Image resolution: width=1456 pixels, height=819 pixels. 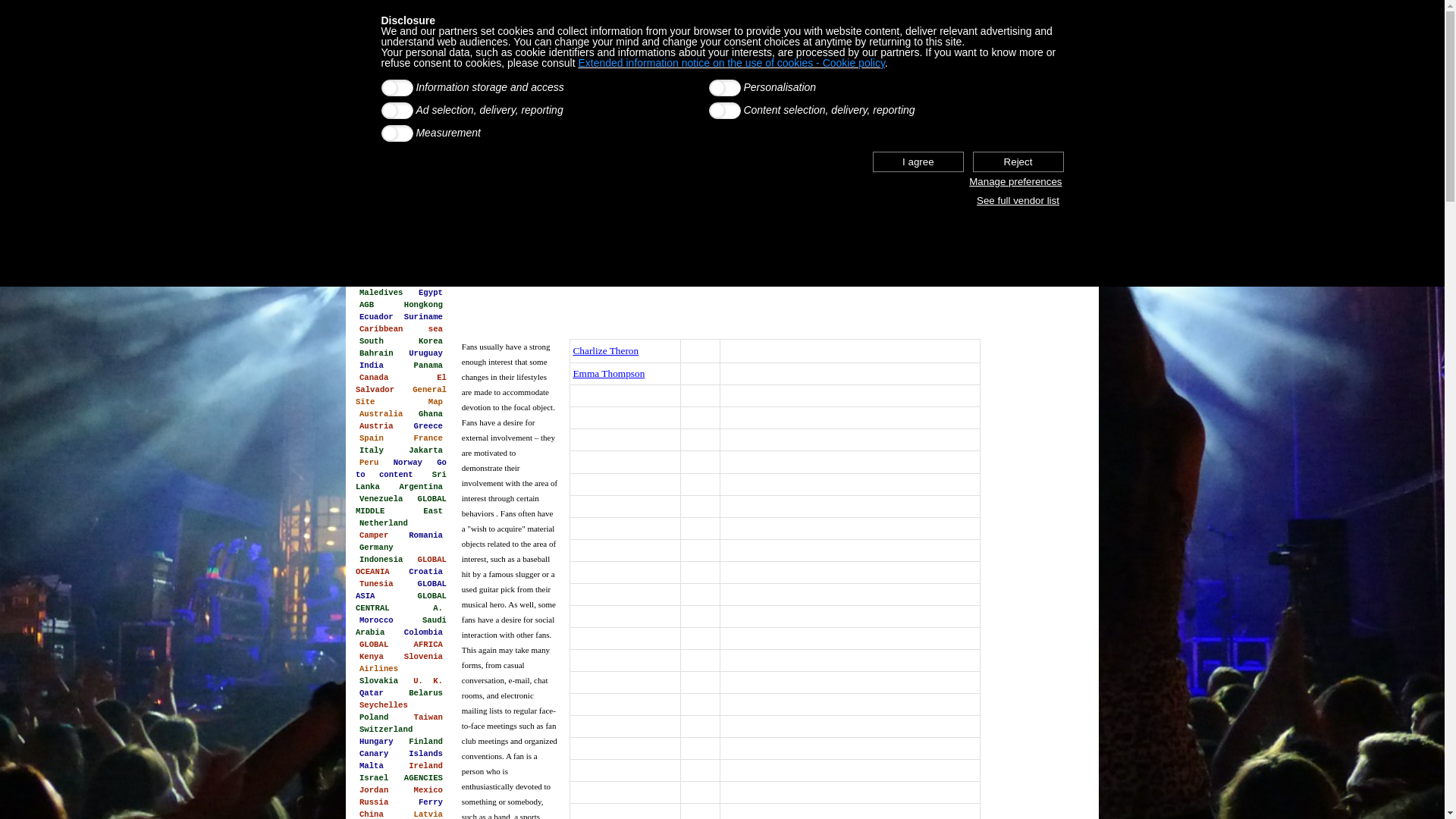 I want to click on 'Croatia', so click(x=425, y=571).